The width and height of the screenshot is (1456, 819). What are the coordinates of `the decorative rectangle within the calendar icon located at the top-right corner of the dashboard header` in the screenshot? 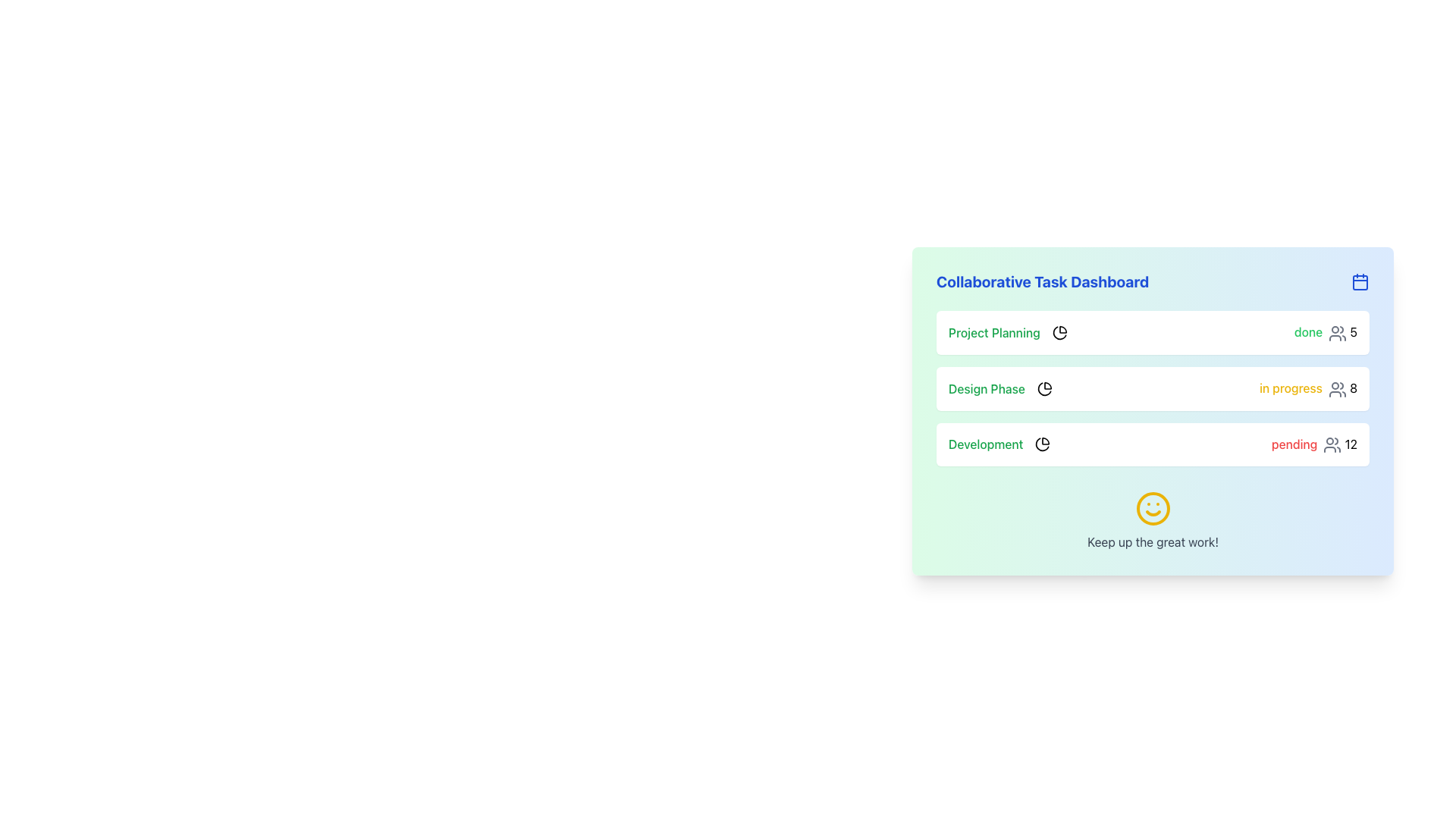 It's located at (1360, 283).